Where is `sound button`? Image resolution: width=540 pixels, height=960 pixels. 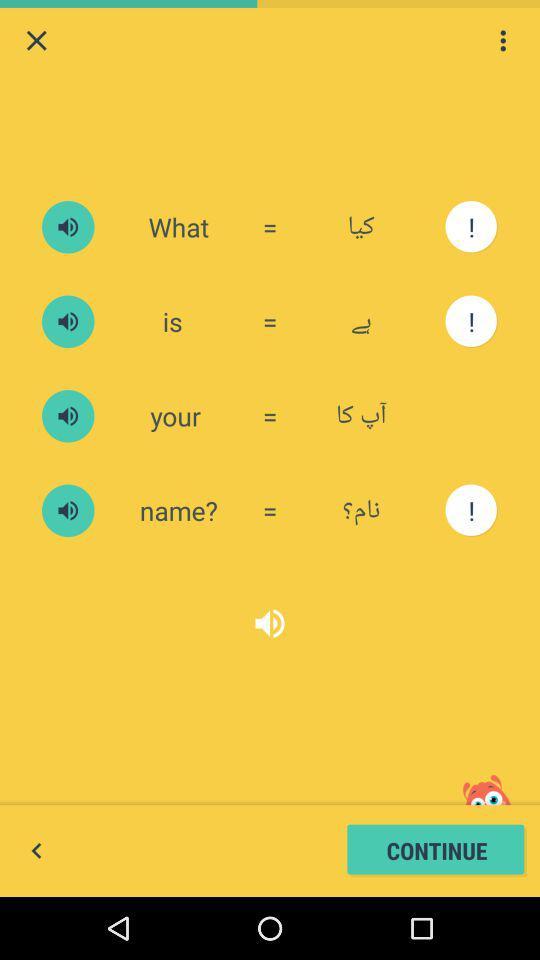 sound button is located at coordinates (67, 509).